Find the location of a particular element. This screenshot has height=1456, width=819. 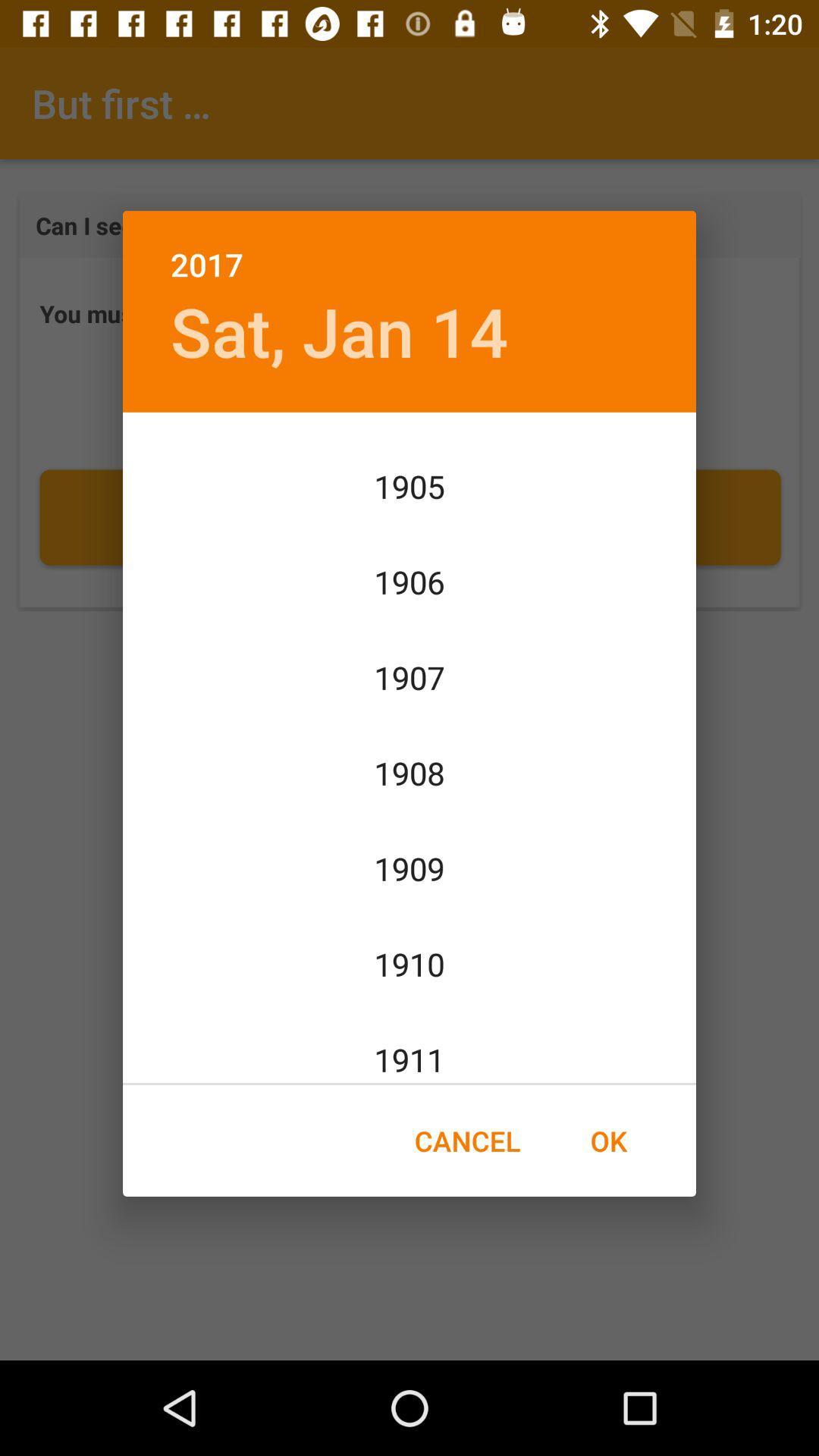

icon to the left of the ok item is located at coordinates (466, 1141).